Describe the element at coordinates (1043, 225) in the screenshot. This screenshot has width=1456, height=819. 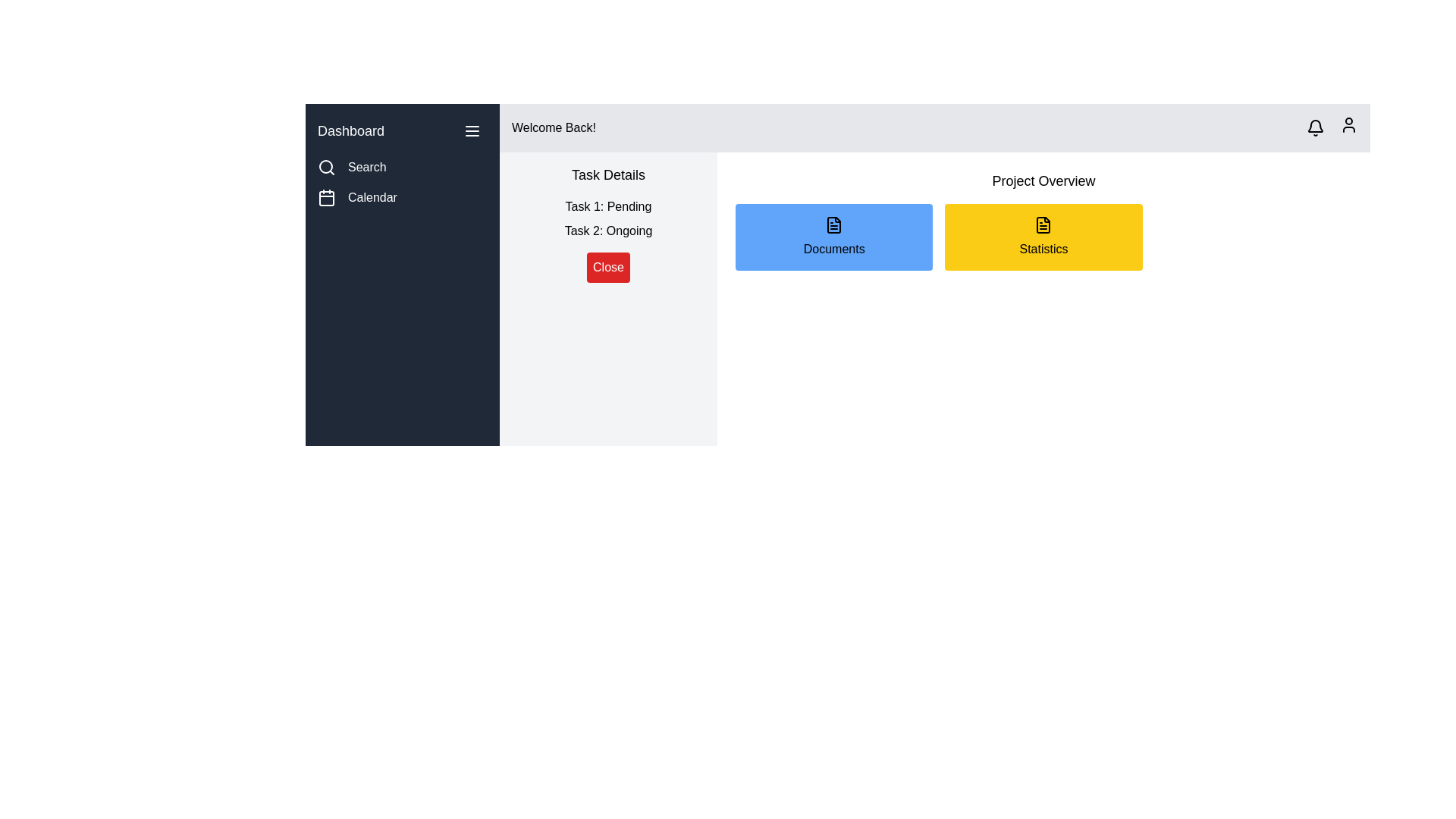
I see `the icon inside the yellow box labeled 'Statistics'` at that location.